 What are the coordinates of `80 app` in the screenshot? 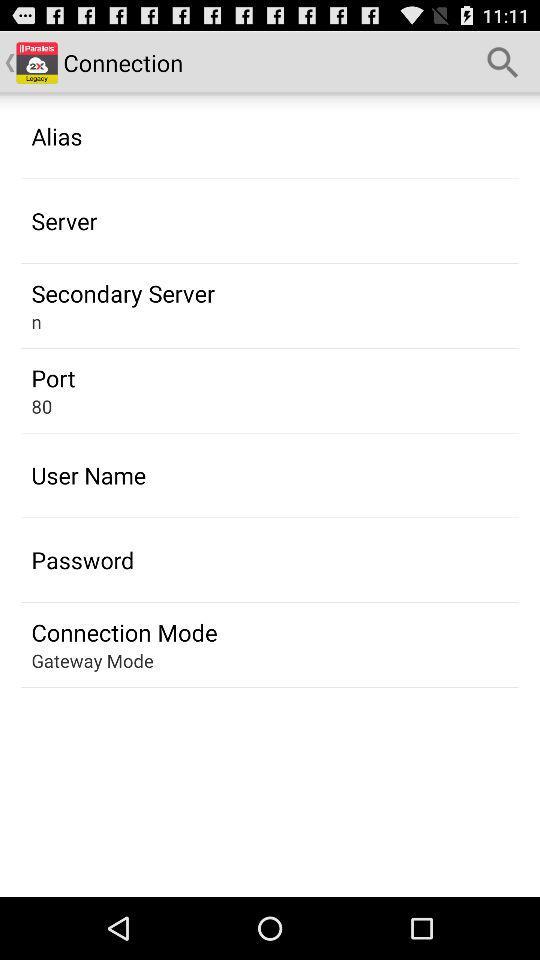 It's located at (42, 405).